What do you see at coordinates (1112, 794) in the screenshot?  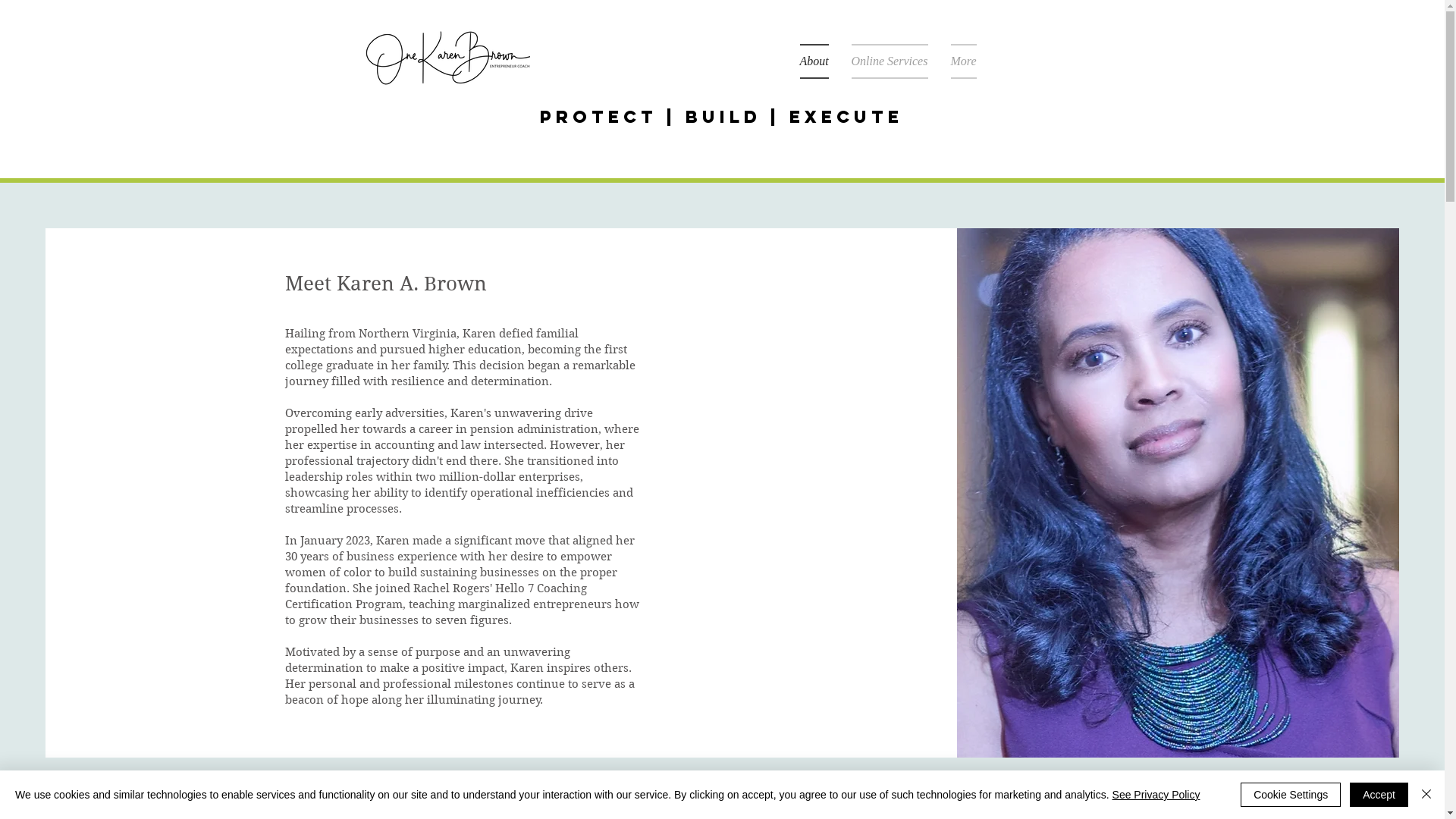 I see `'See Privacy Policy'` at bounding box center [1112, 794].